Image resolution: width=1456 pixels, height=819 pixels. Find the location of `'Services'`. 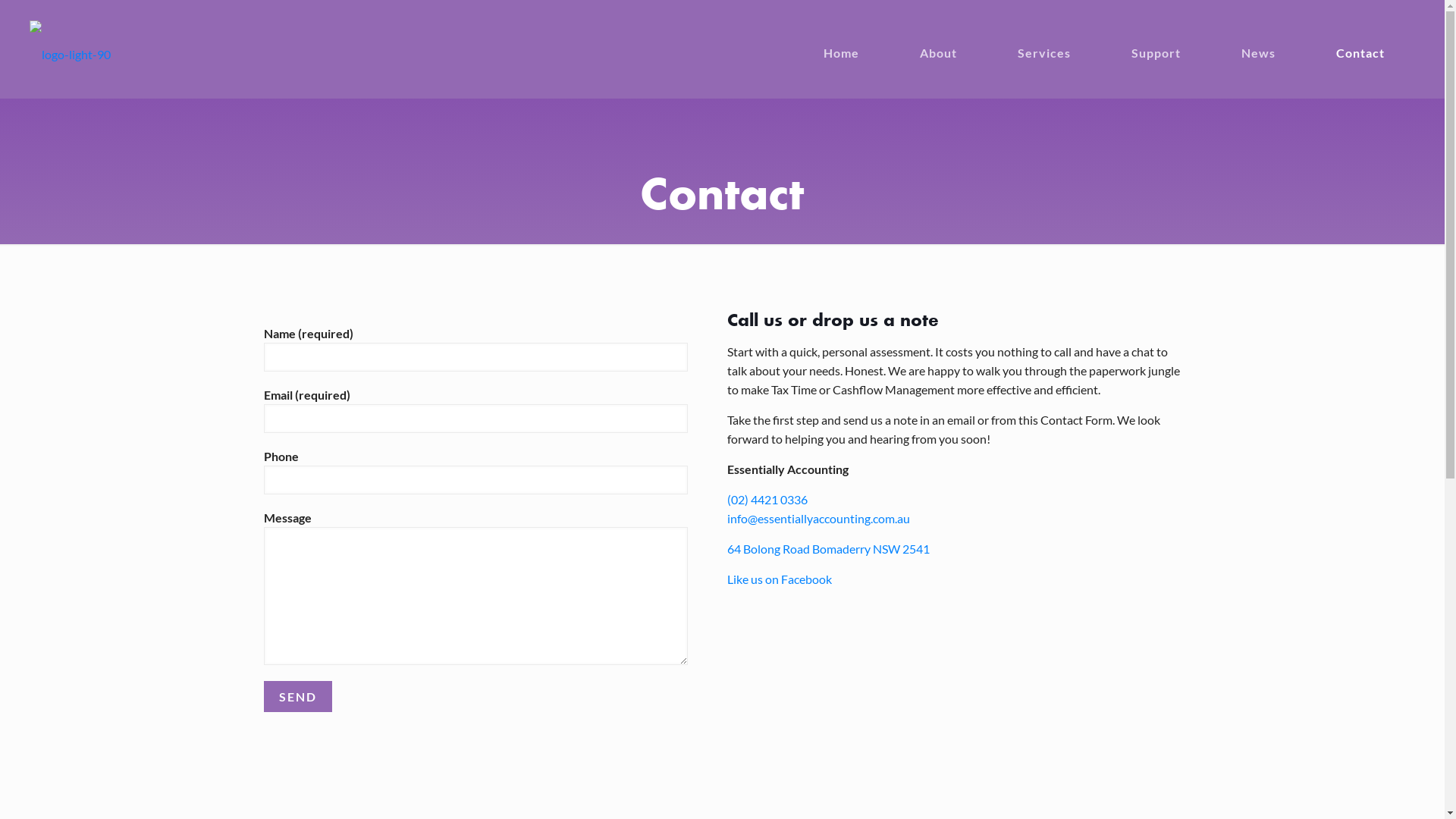

'Services' is located at coordinates (1058, 40).